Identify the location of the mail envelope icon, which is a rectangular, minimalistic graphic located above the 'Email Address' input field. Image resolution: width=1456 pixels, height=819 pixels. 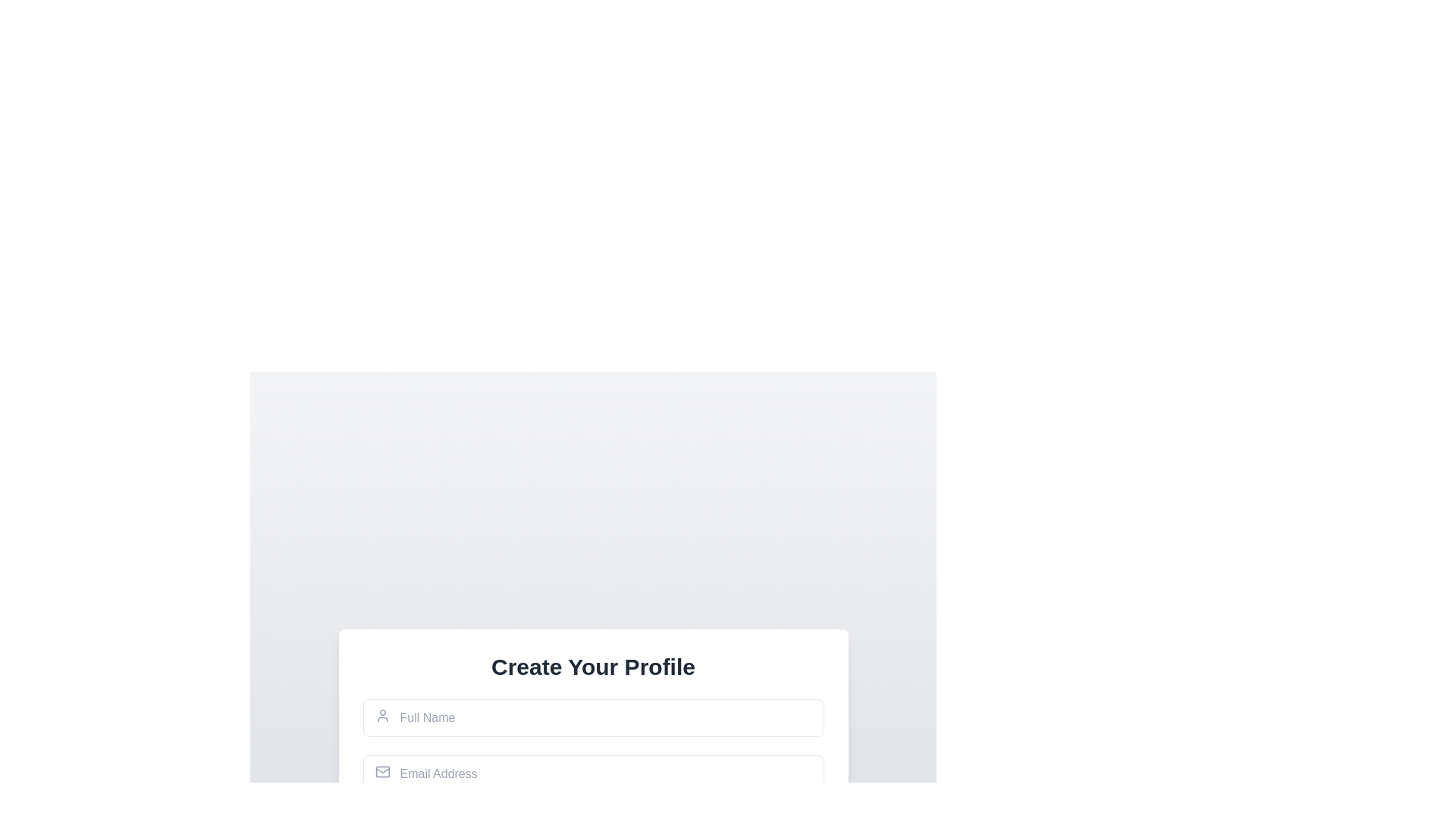
(382, 772).